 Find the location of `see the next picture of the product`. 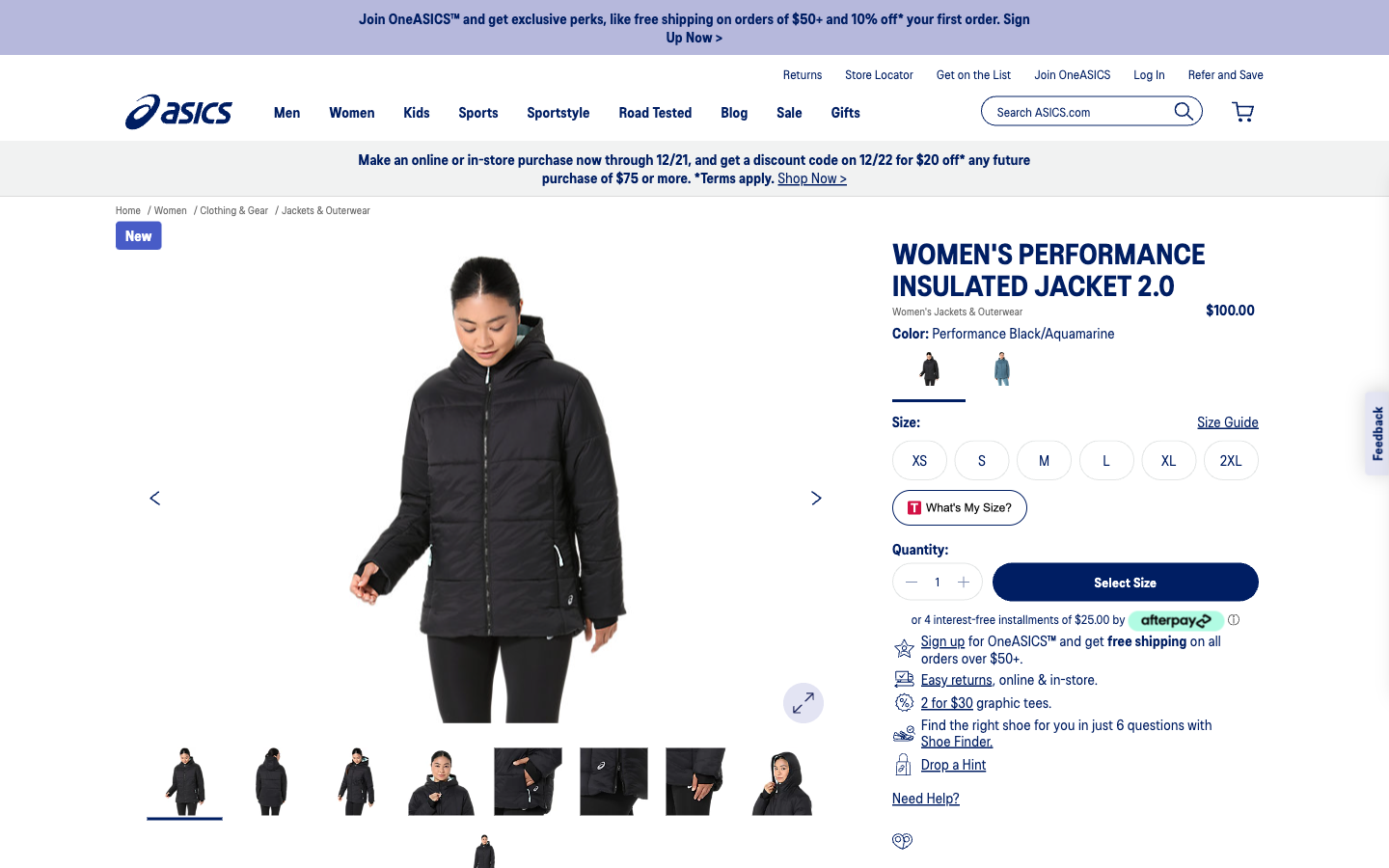

see the next picture of the product is located at coordinates (815, 496).